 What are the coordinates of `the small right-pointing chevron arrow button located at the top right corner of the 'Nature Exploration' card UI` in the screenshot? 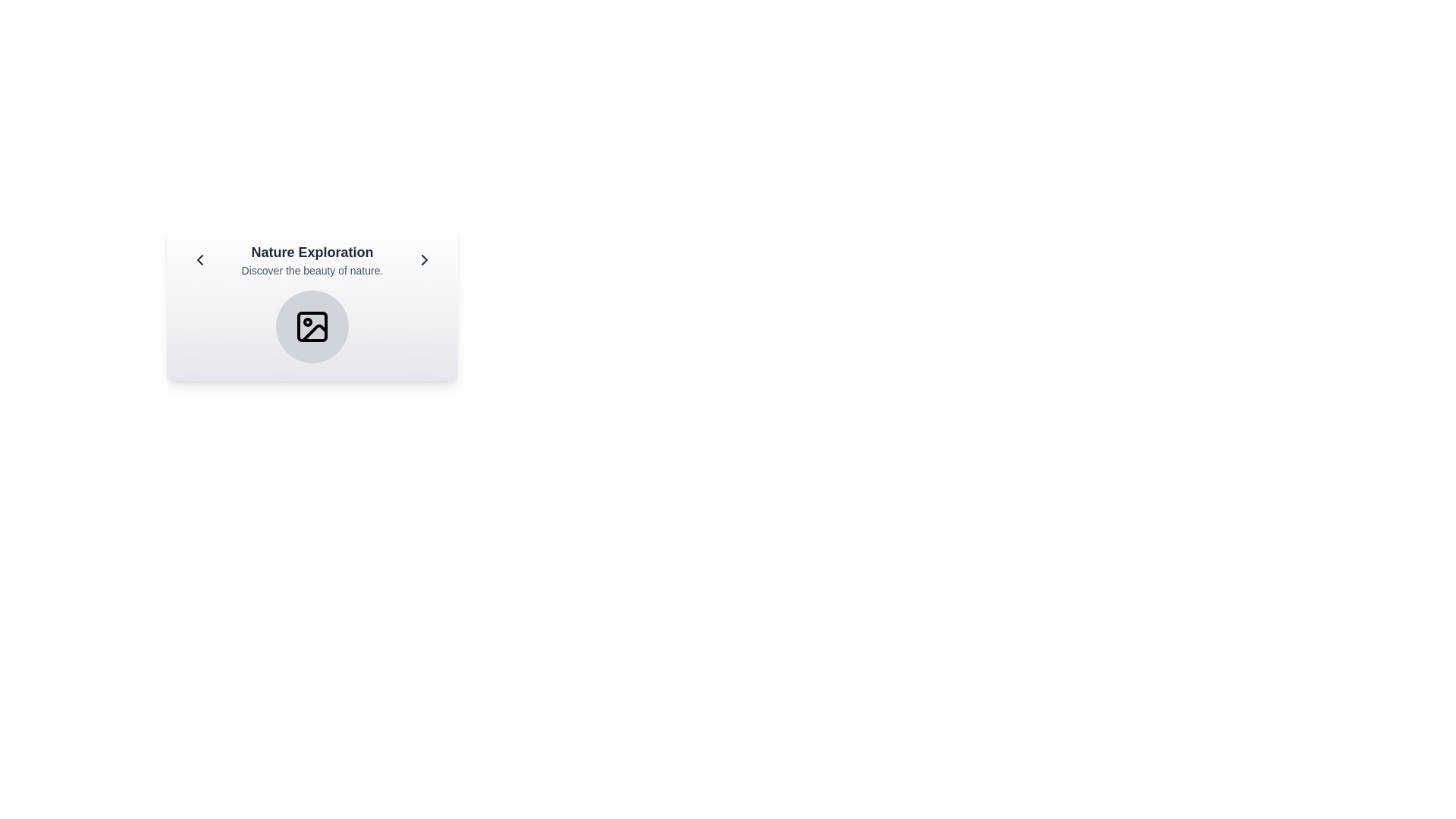 It's located at (425, 259).